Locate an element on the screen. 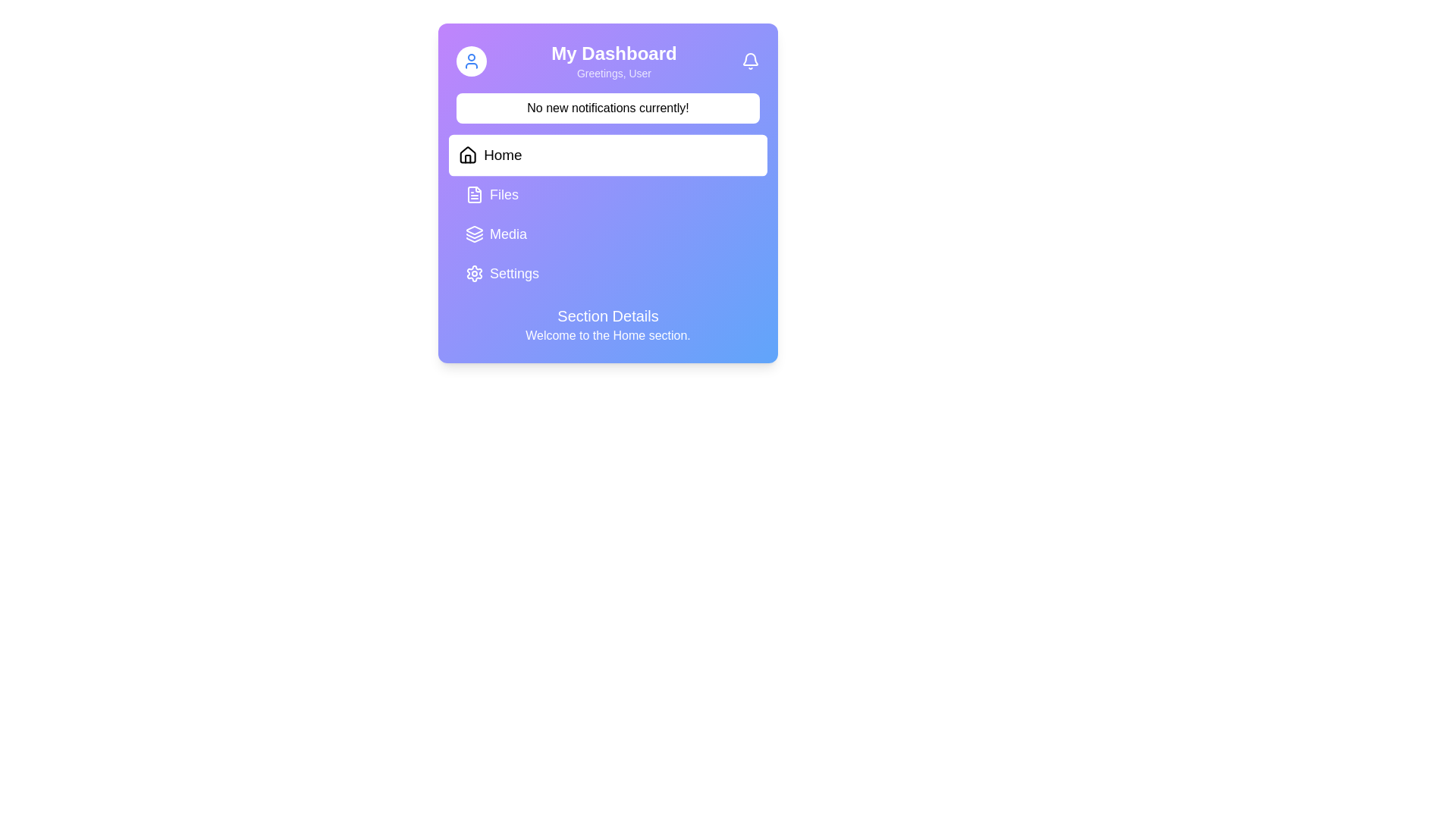 The width and height of the screenshot is (1456, 819). the 'Settings' text label, which is the fourth option in the navigational menu within a card UI is located at coordinates (514, 274).